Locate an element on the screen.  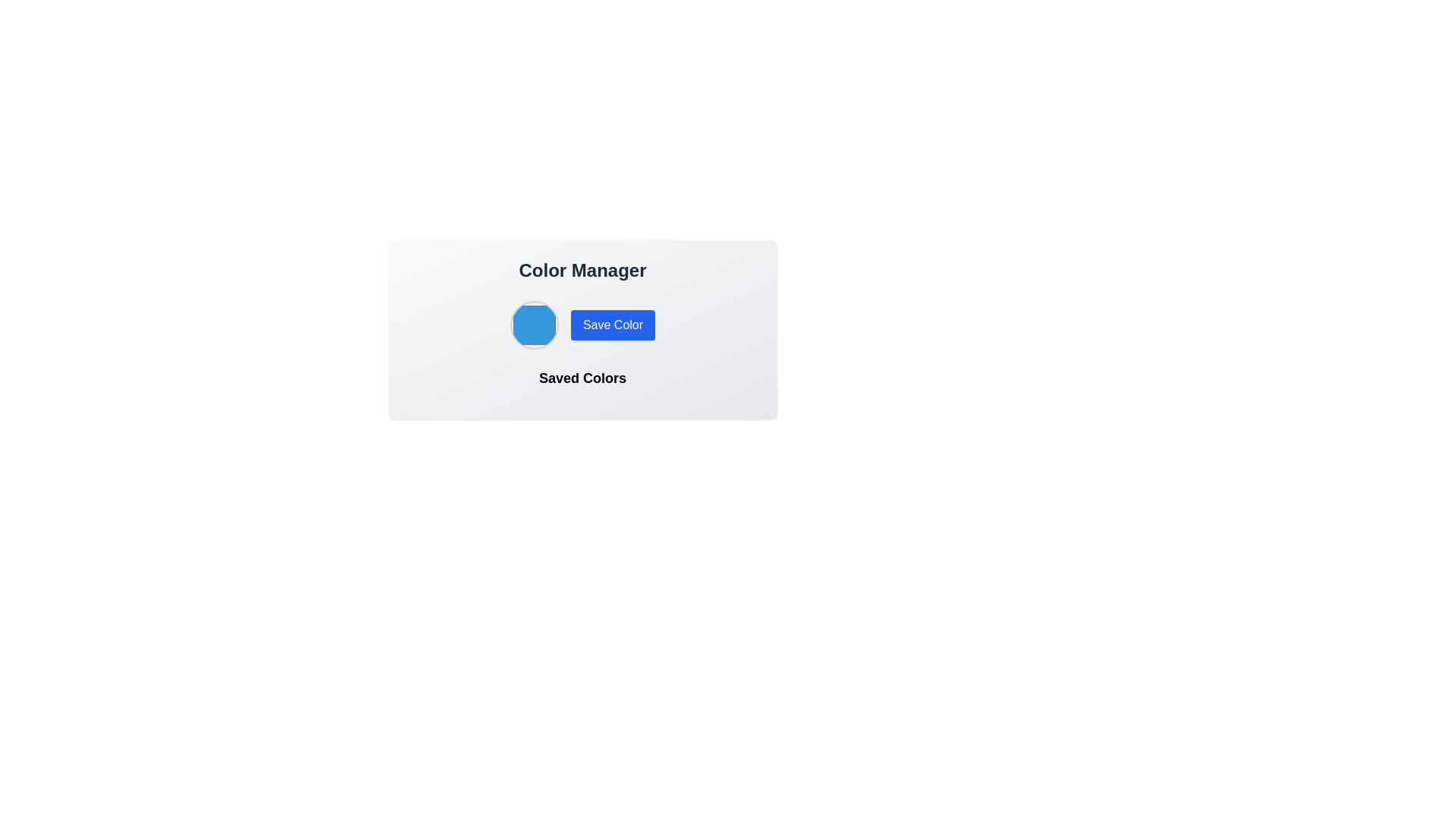
the 'Save Color' button located in the 'Color Manager' section is located at coordinates (582, 324).